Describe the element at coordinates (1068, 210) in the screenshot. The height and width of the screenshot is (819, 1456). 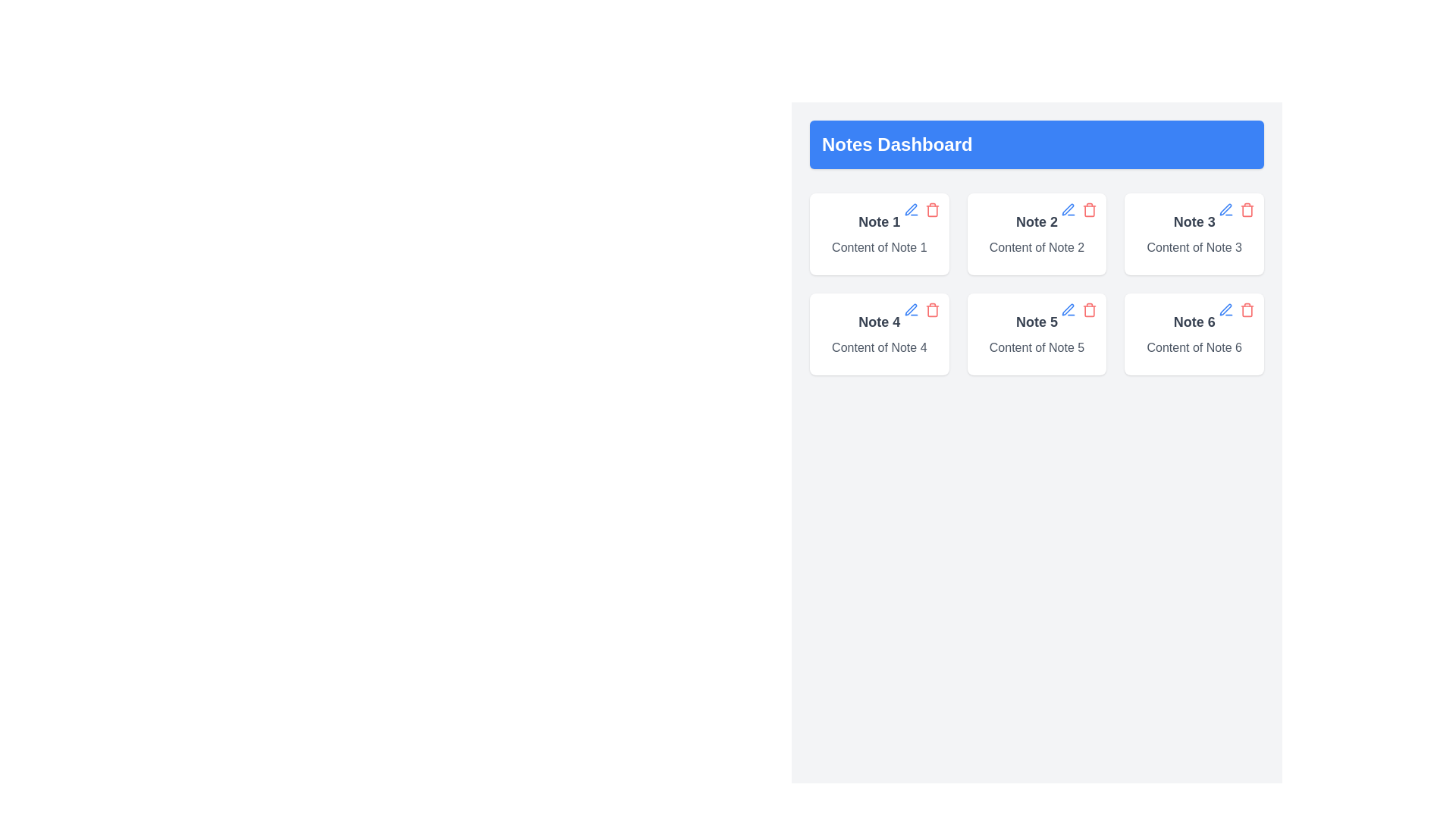
I see `the edit button located at the top-right corner of the 'Note 2' card in the 'Notes Dashboard'` at that location.